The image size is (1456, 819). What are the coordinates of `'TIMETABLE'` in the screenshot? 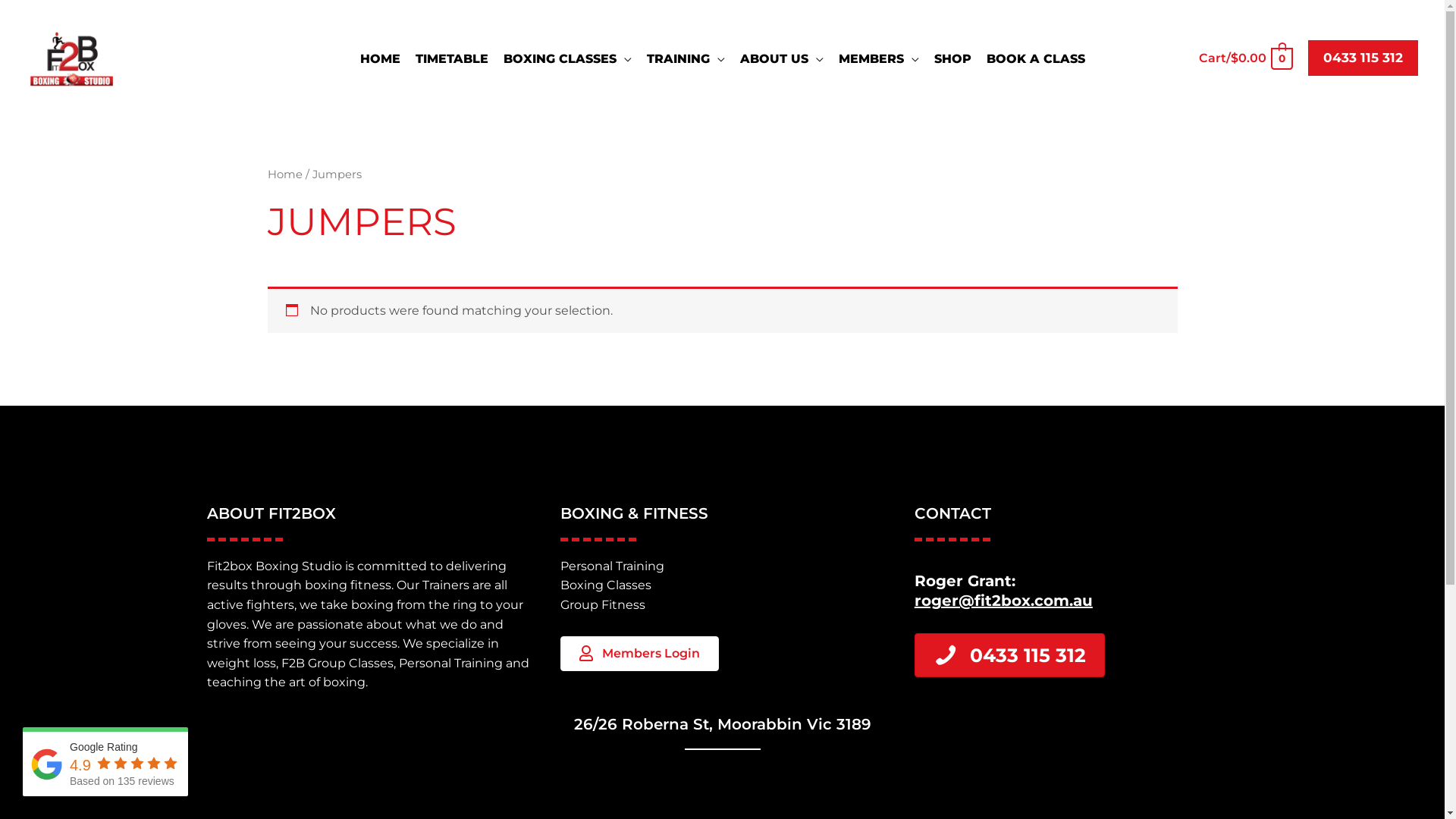 It's located at (450, 58).